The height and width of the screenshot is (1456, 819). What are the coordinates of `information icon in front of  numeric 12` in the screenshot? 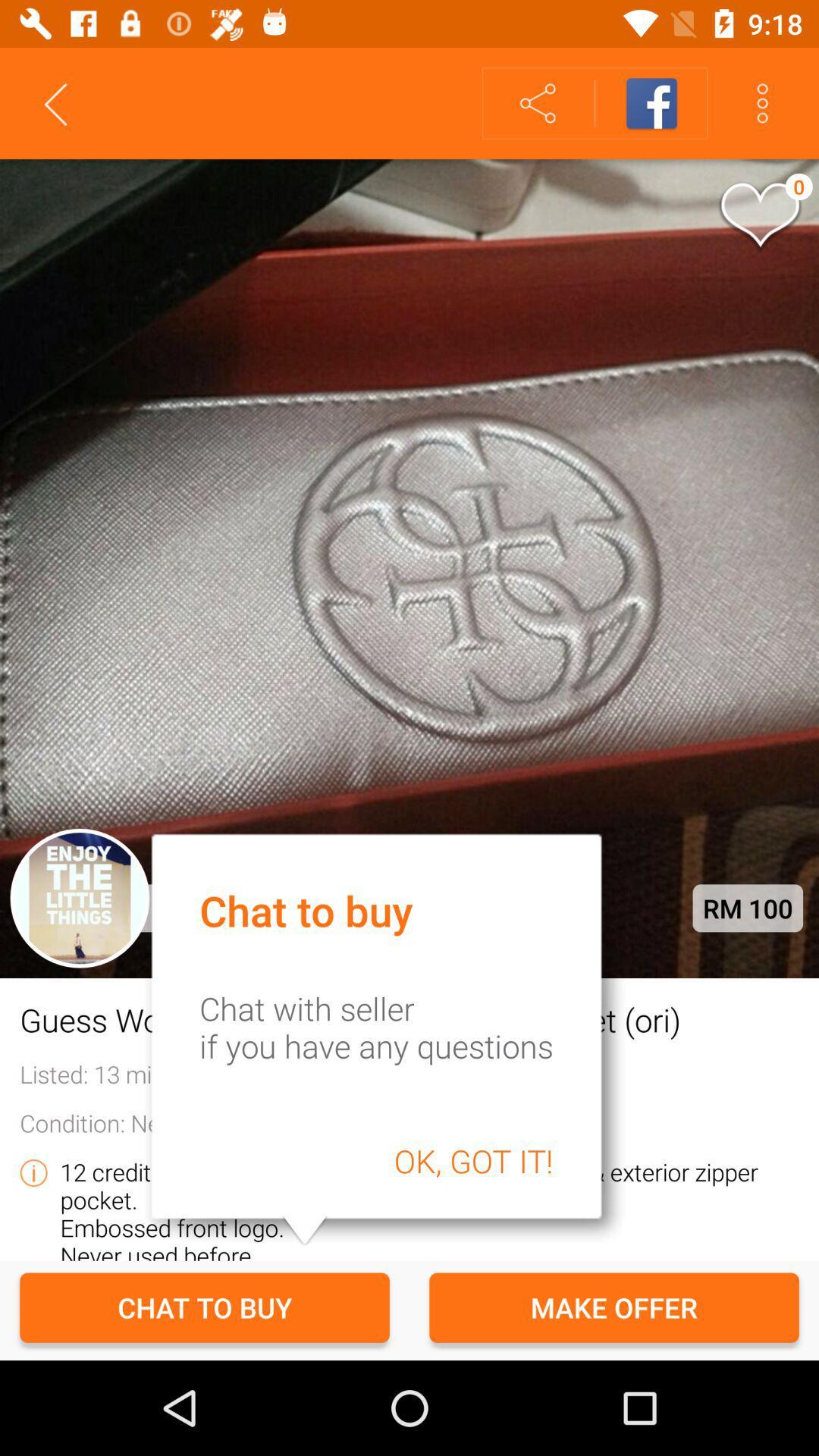 It's located at (33, 1172).